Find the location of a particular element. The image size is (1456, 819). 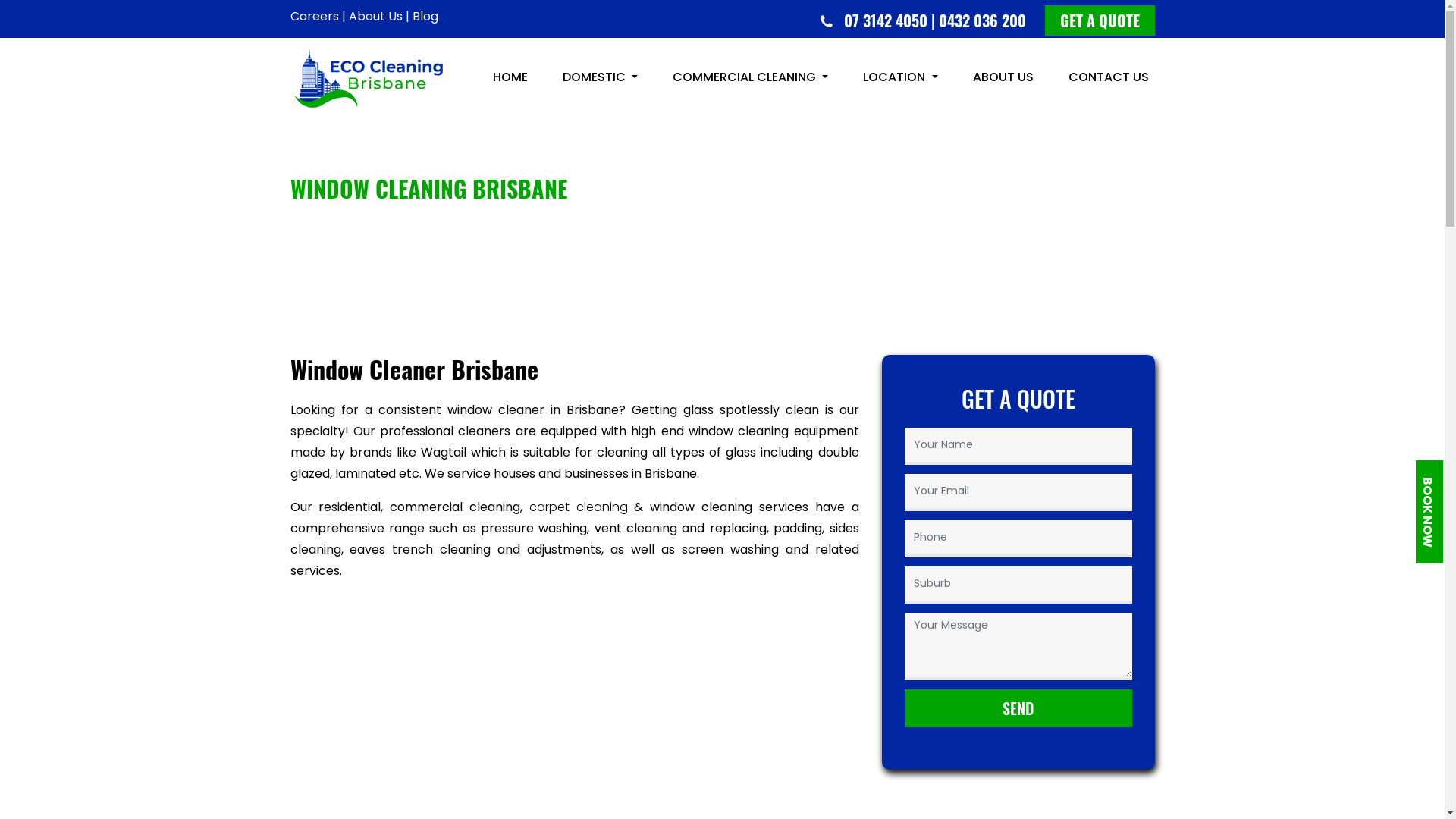

'About Us |' is located at coordinates (348, 16).